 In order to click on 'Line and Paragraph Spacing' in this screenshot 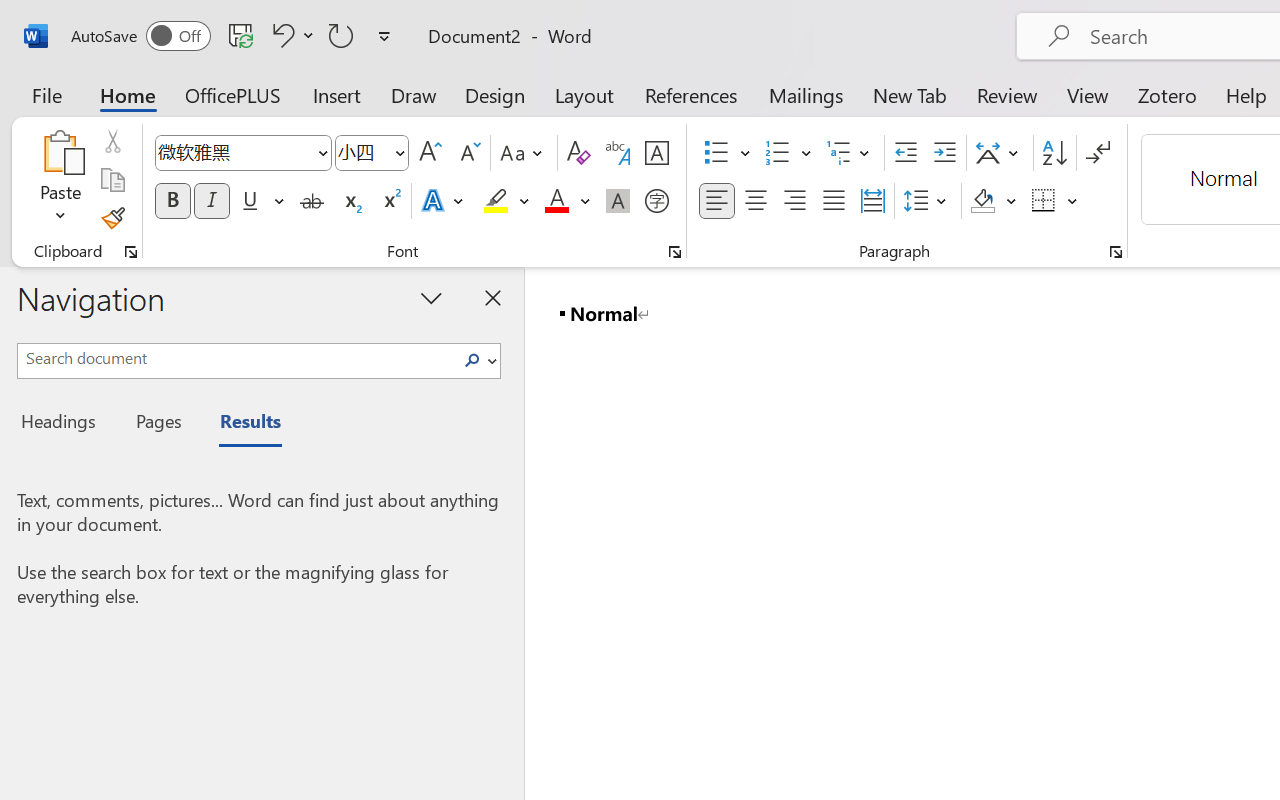, I will do `click(927, 201)`.